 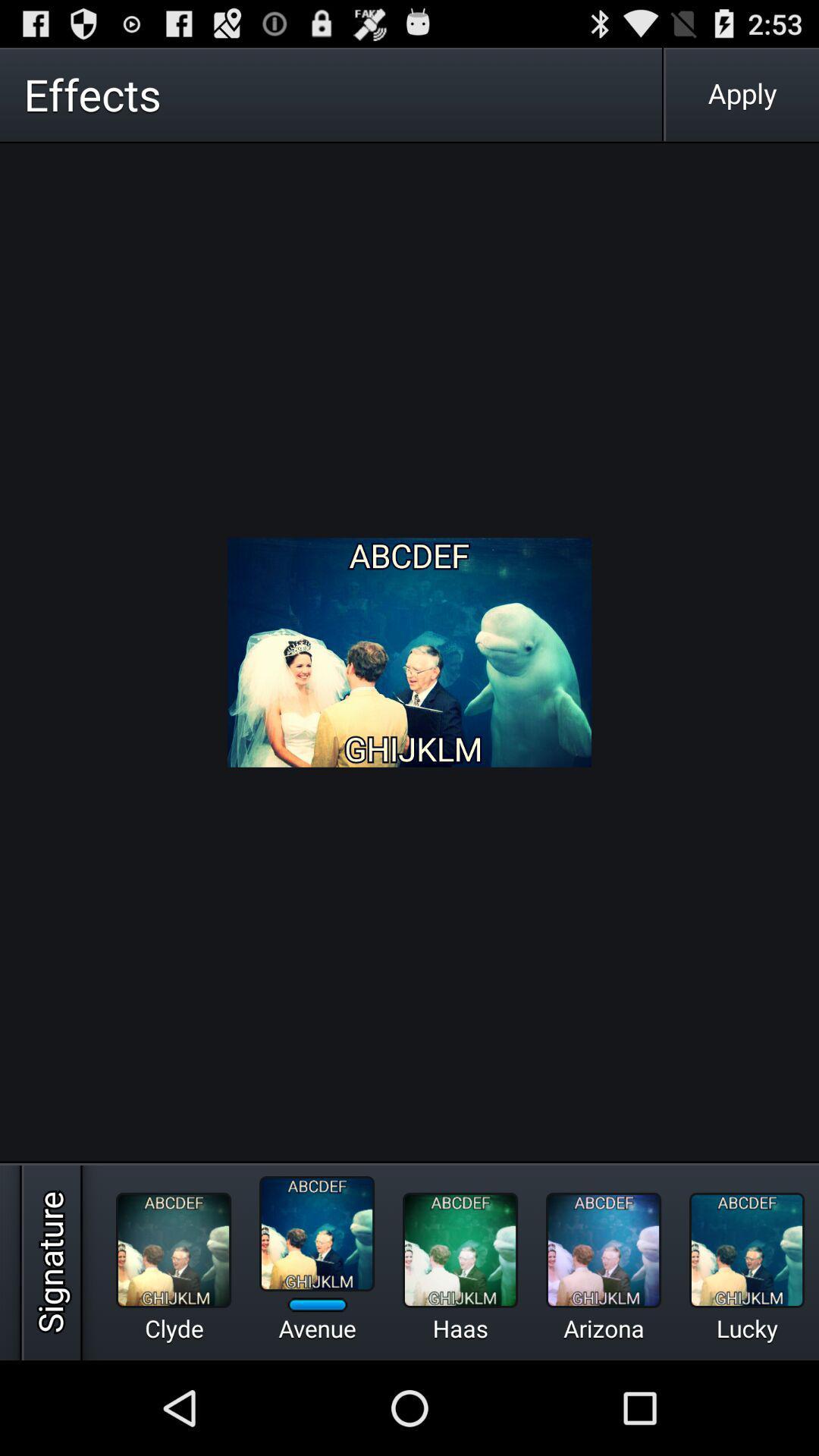 What do you see at coordinates (742, 93) in the screenshot?
I see `apply item` at bounding box center [742, 93].